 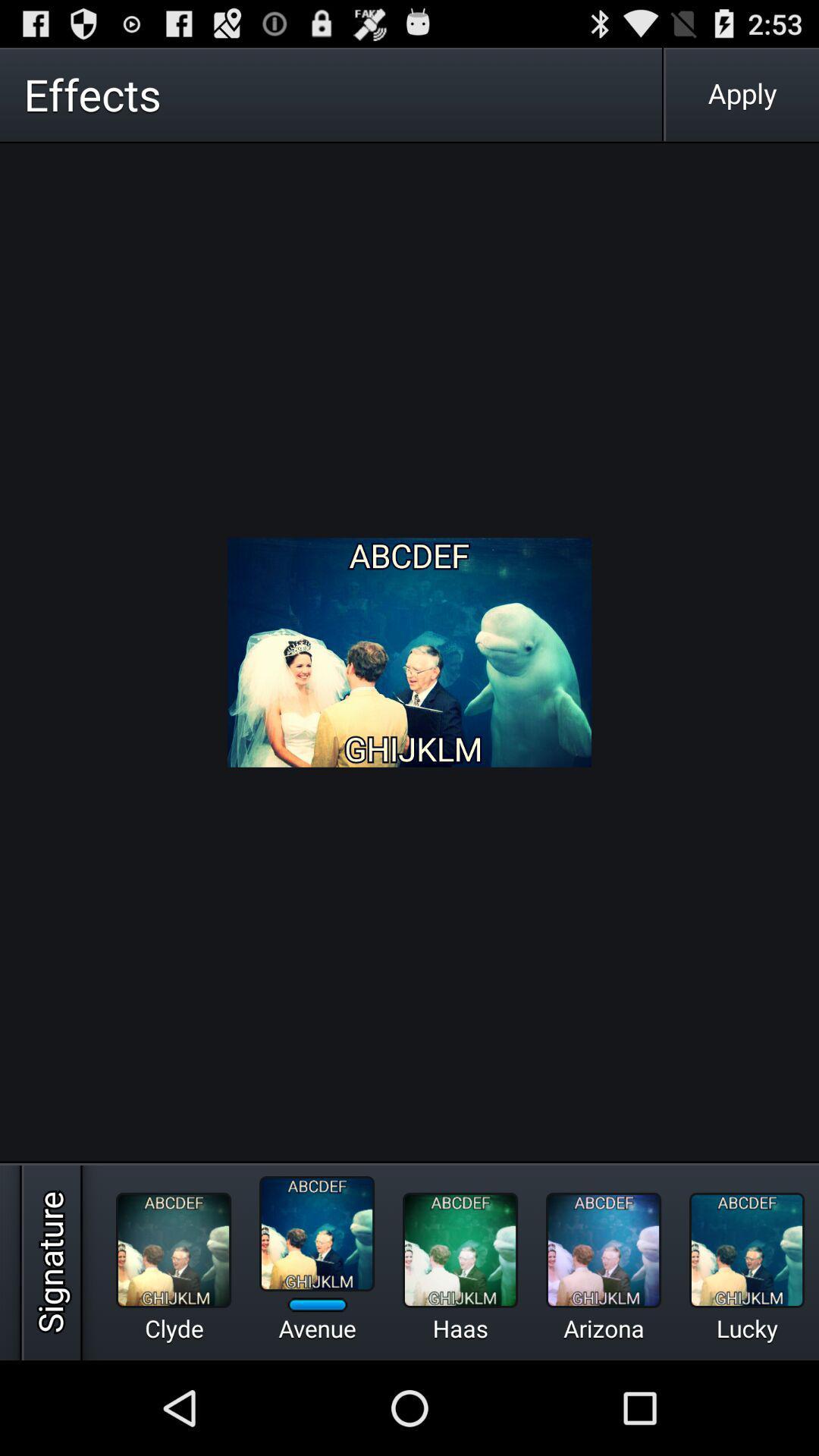 What do you see at coordinates (742, 93) in the screenshot?
I see `apply item` at bounding box center [742, 93].